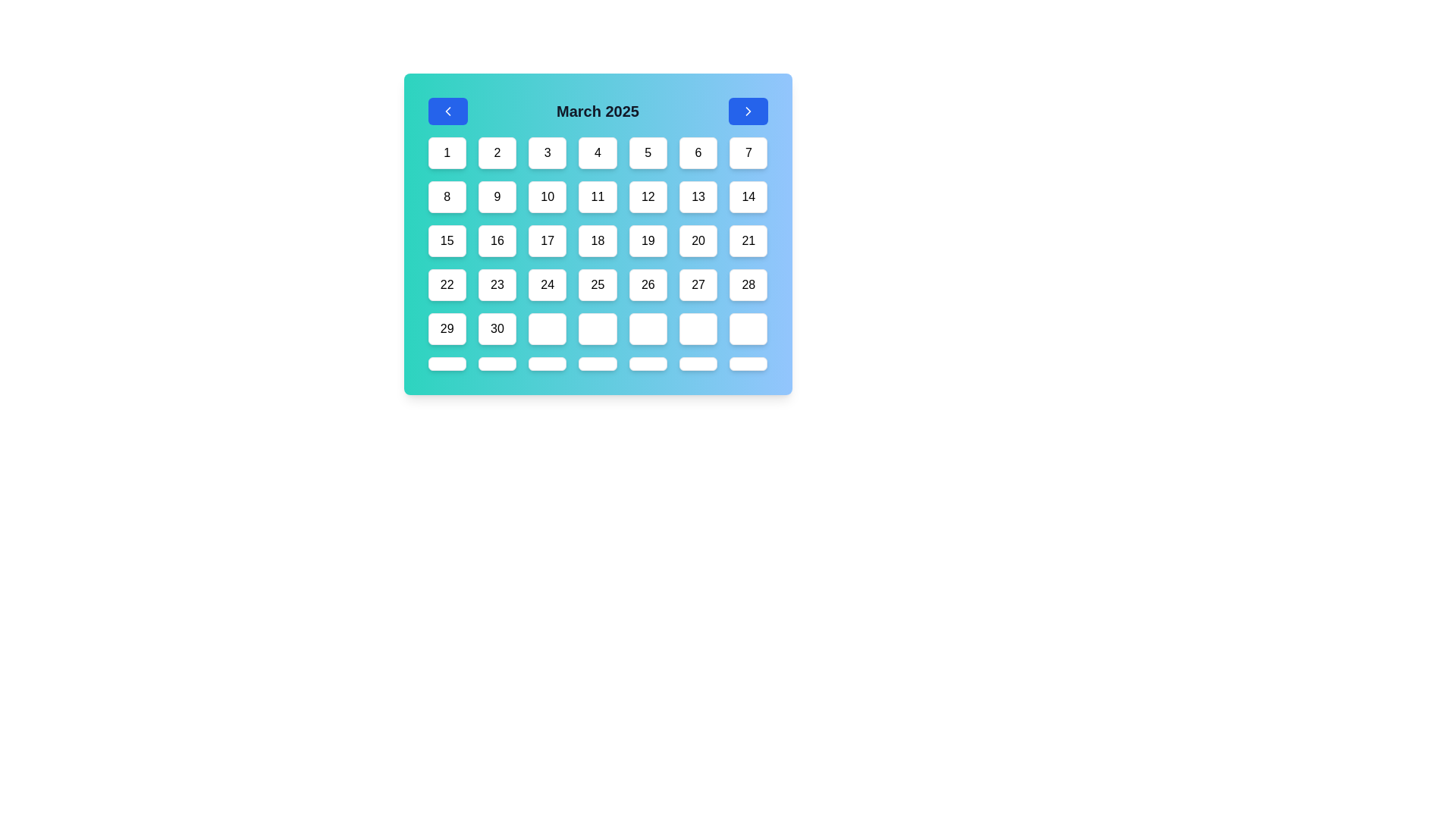 This screenshot has width=1456, height=819. What do you see at coordinates (547, 152) in the screenshot?
I see `the Date tile displaying '3' in the calendar interface` at bounding box center [547, 152].